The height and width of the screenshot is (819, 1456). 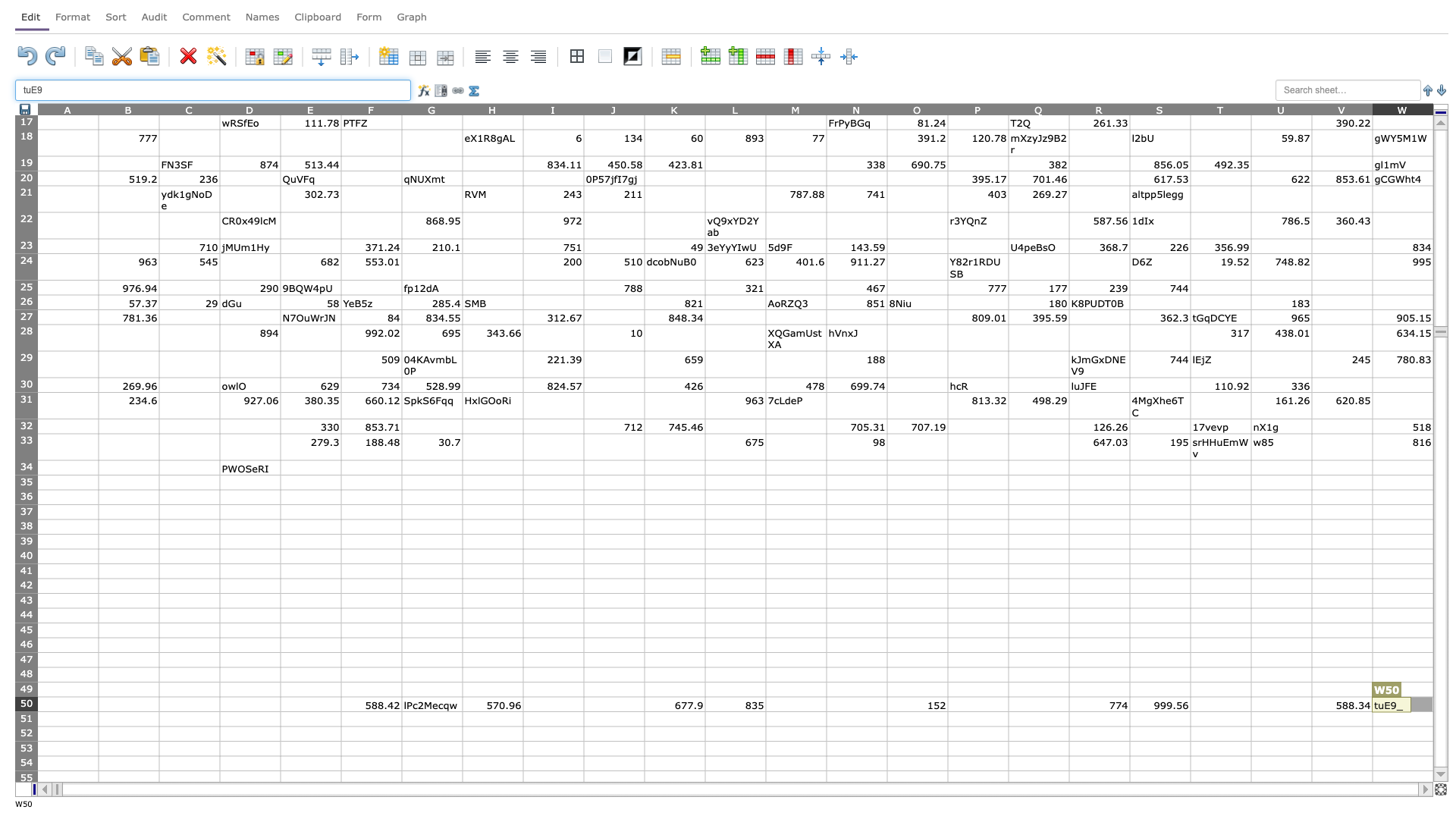 I want to click on top left corner of cell B51, so click(x=97, y=711).